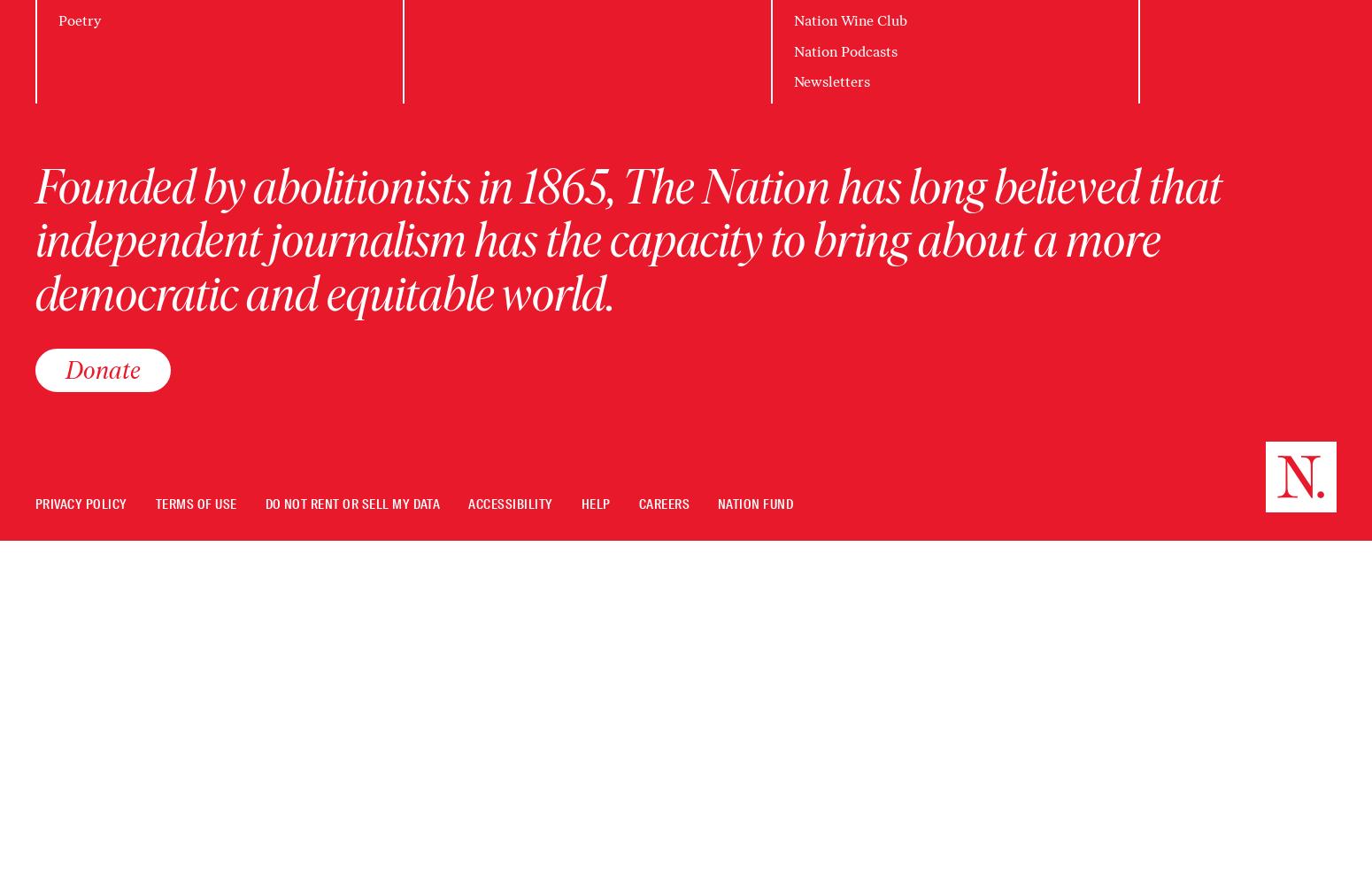  What do you see at coordinates (754, 504) in the screenshot?
I see `'Nation Fund'` at bounding box center [754, 504].